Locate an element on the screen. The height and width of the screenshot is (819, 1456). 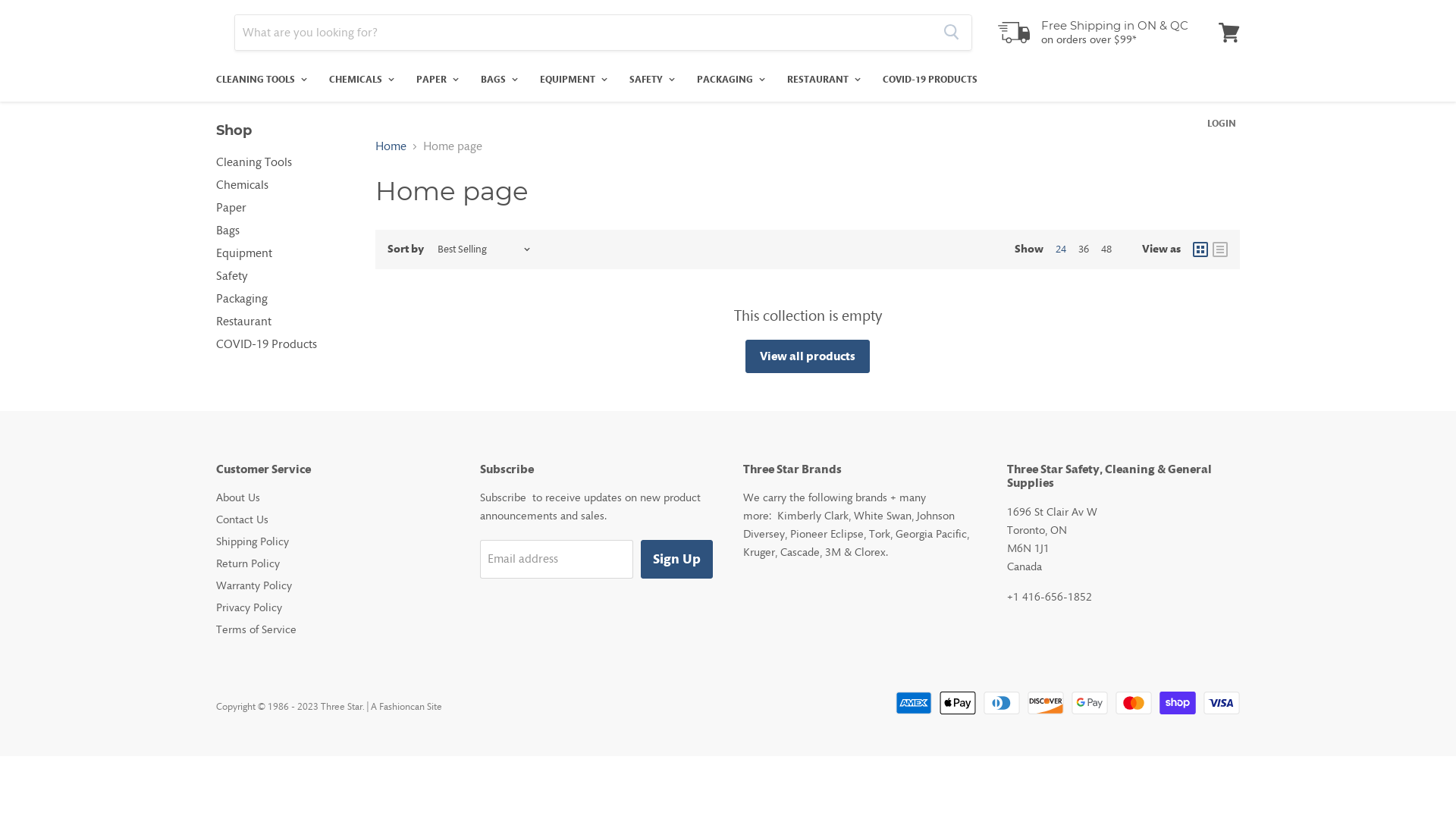
'A Fashioncan Site' is located at coordinates (406, 706).